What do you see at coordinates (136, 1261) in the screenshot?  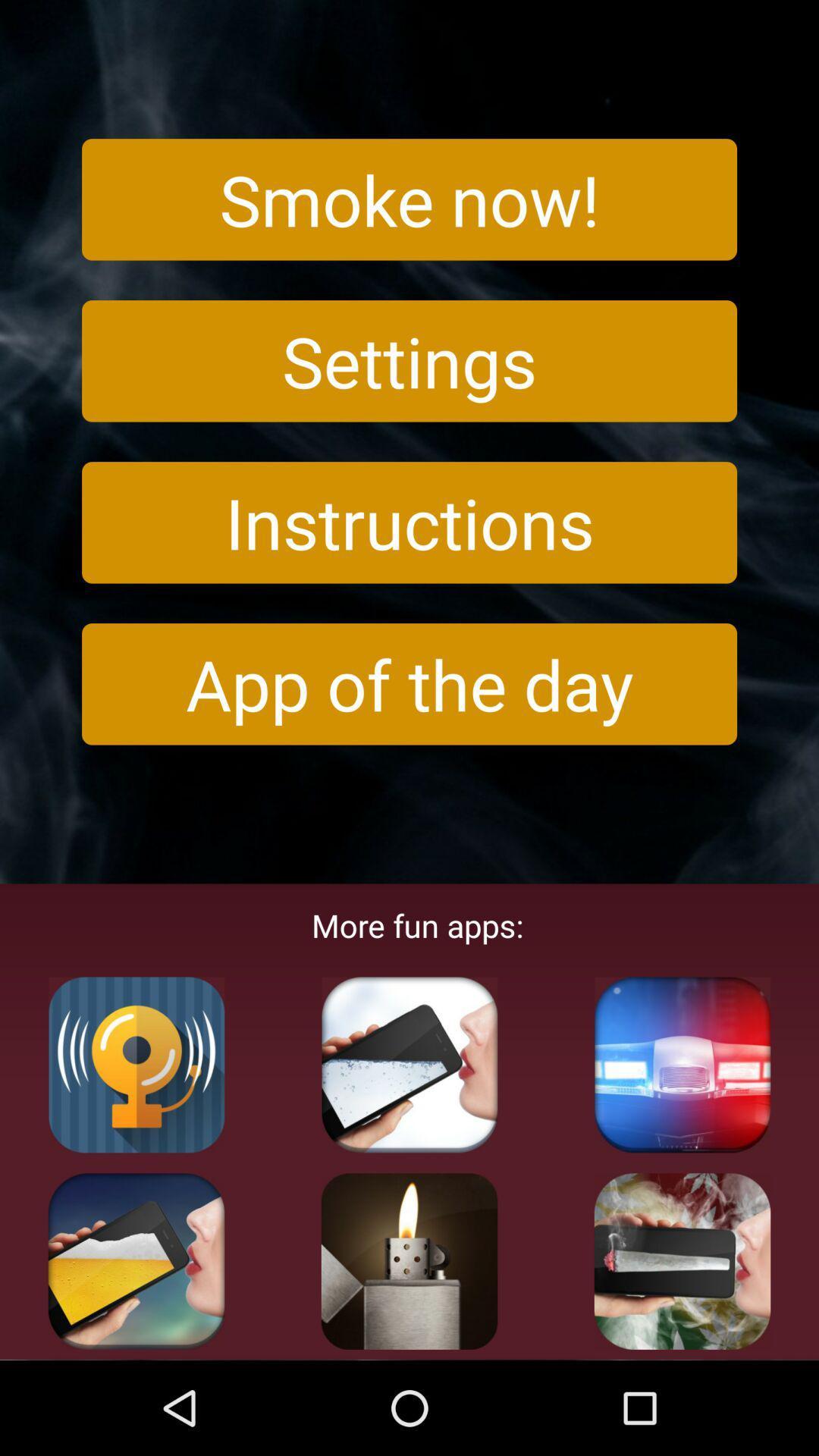 I see `fun apps button` at bounding box center [136, 1261].